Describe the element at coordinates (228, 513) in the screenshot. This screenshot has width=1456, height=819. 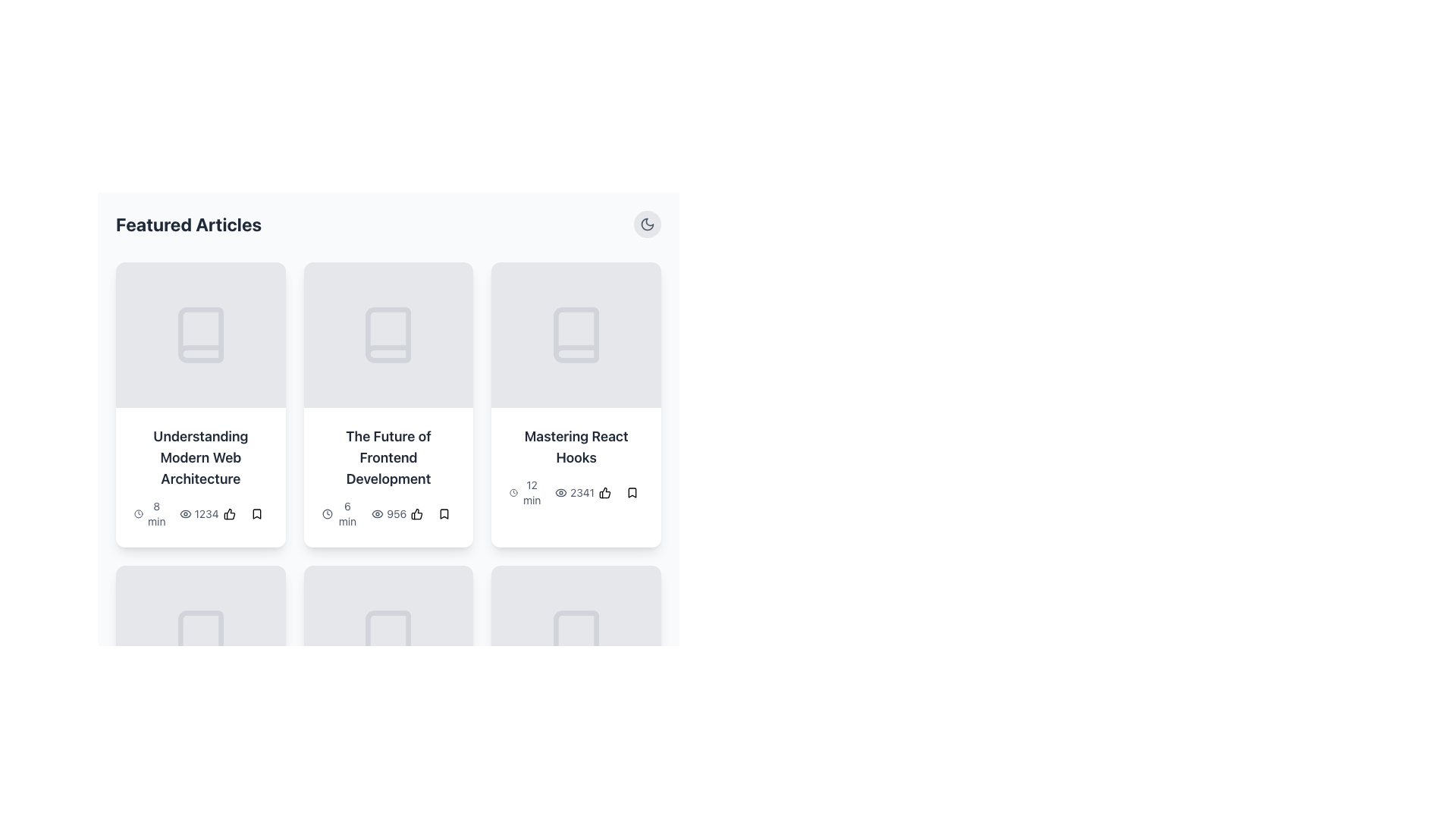
I see `the 'like' icon in the bottom-right corner of the third article preview to express approval for the associated article` at that location.